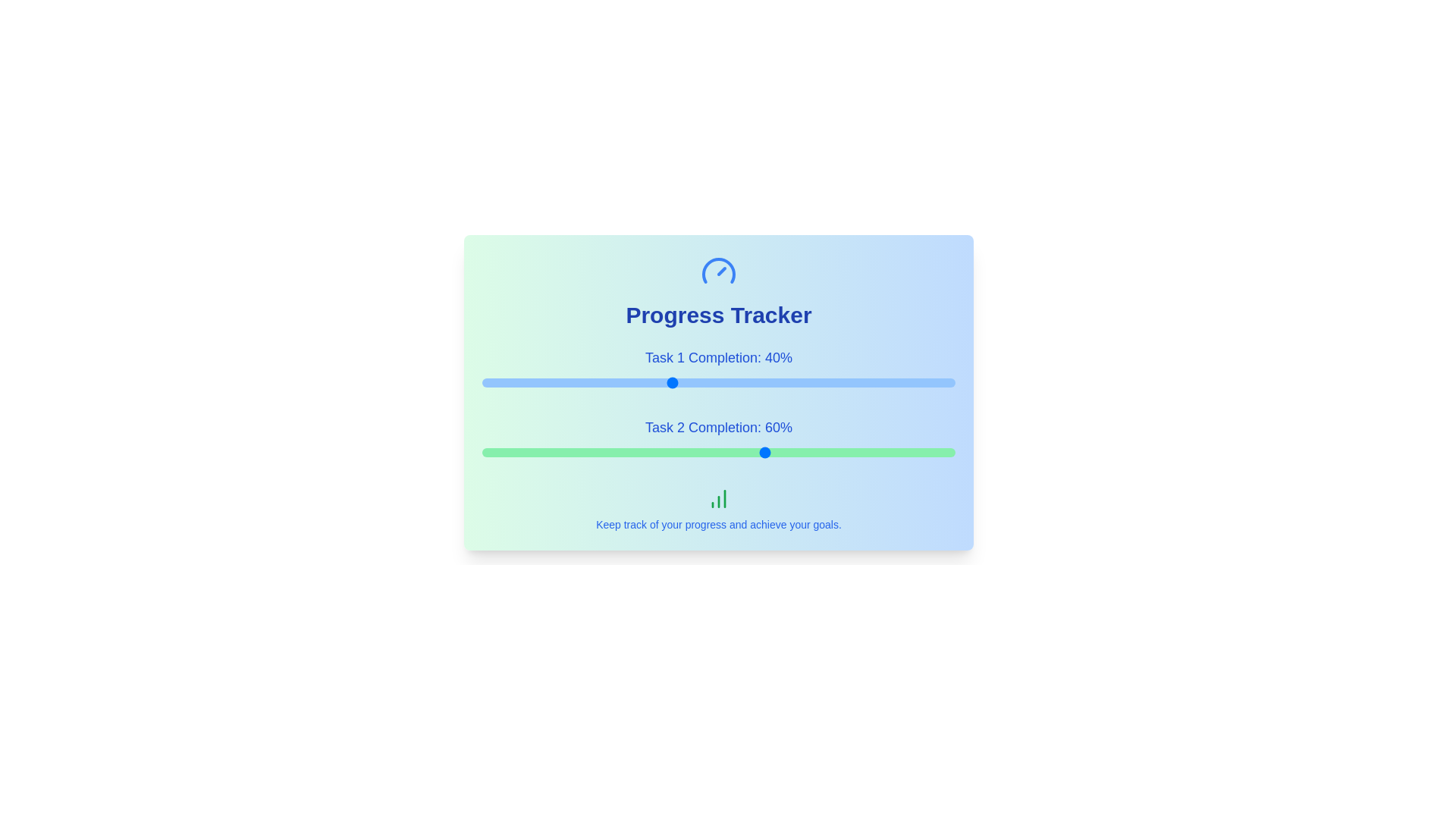 This screenshot has height=819, width=1456. I want to click on the progress value, so click(752, 382).